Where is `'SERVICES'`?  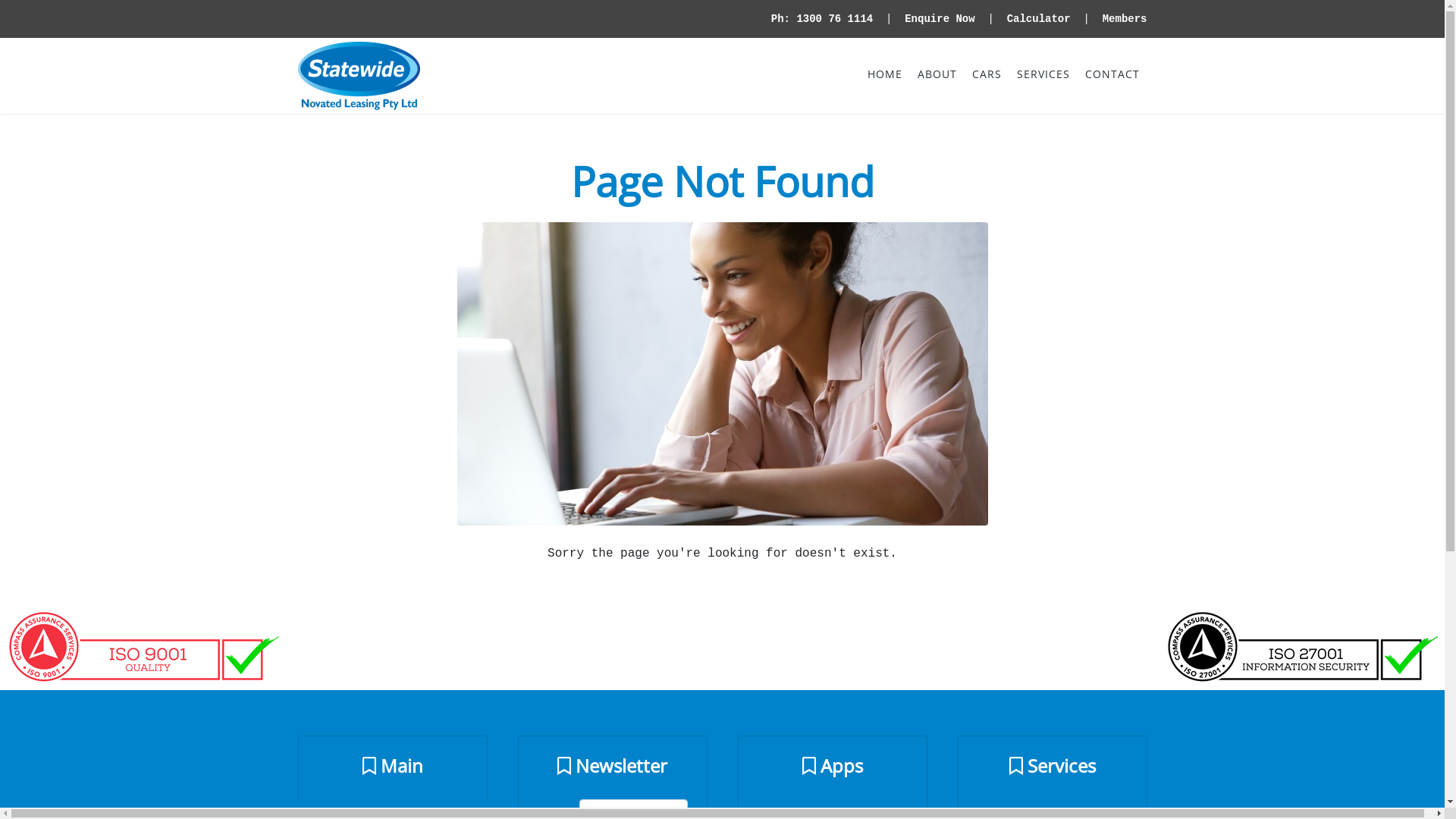
'SERVICES' is located at coordinates (1041, 74).